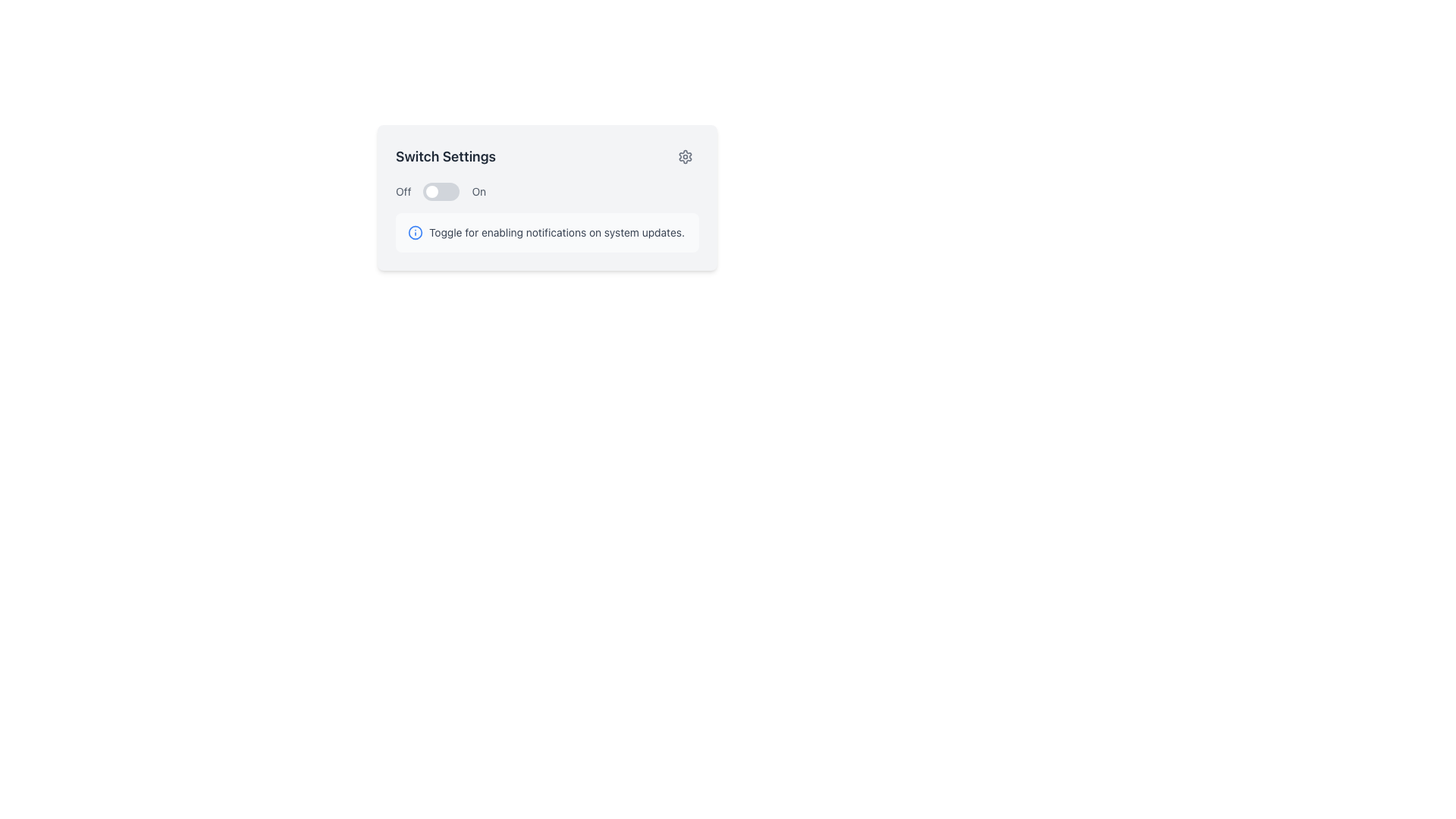  Describe the element at coordinates (684, 157) in the screenshot. I see `the settings icon located in the top-right corner of the 'Switch Settings' card` at that location.